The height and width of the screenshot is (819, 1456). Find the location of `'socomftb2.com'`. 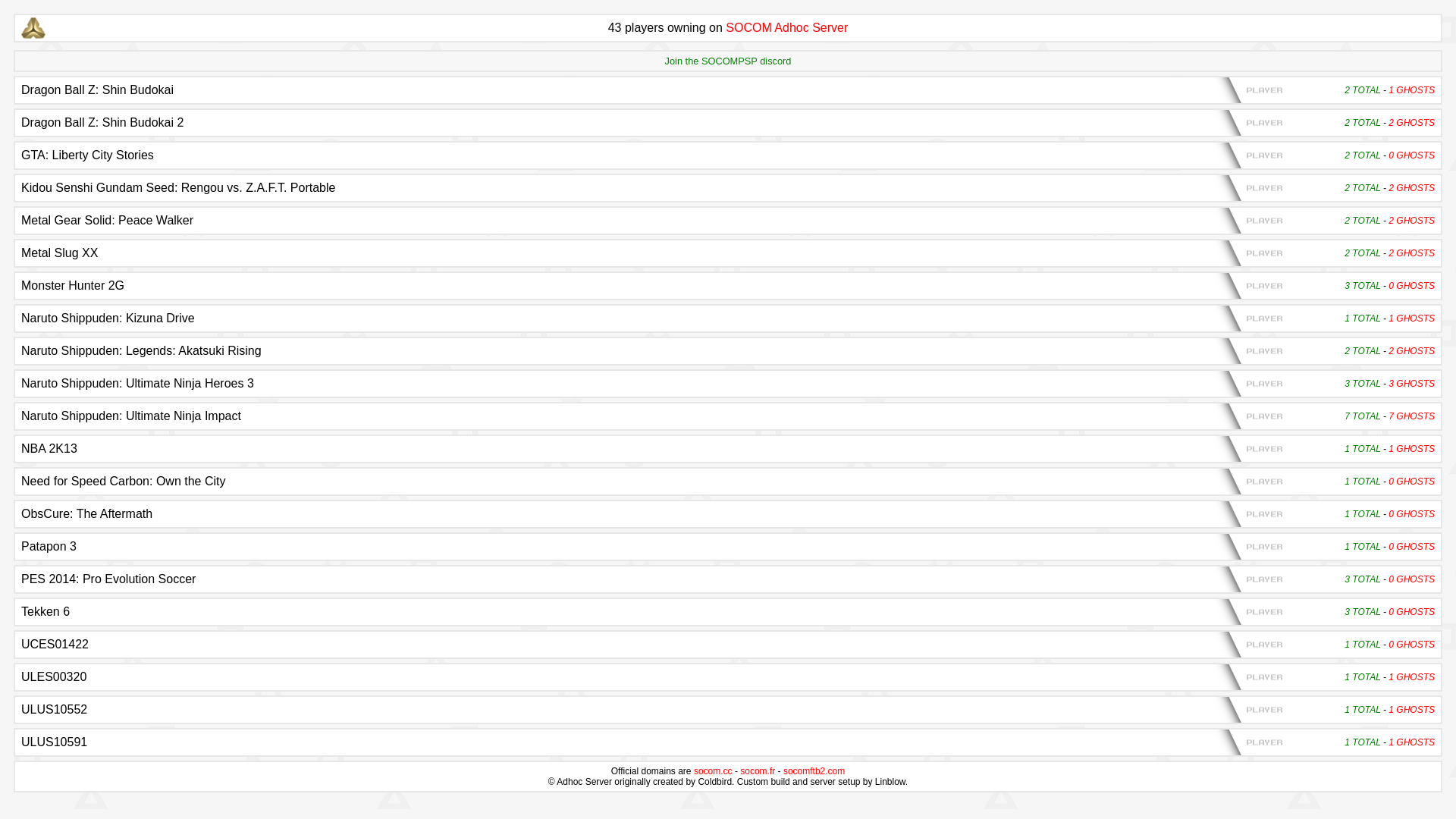

'socomftb2.com' is located at coordinates (783, 771).